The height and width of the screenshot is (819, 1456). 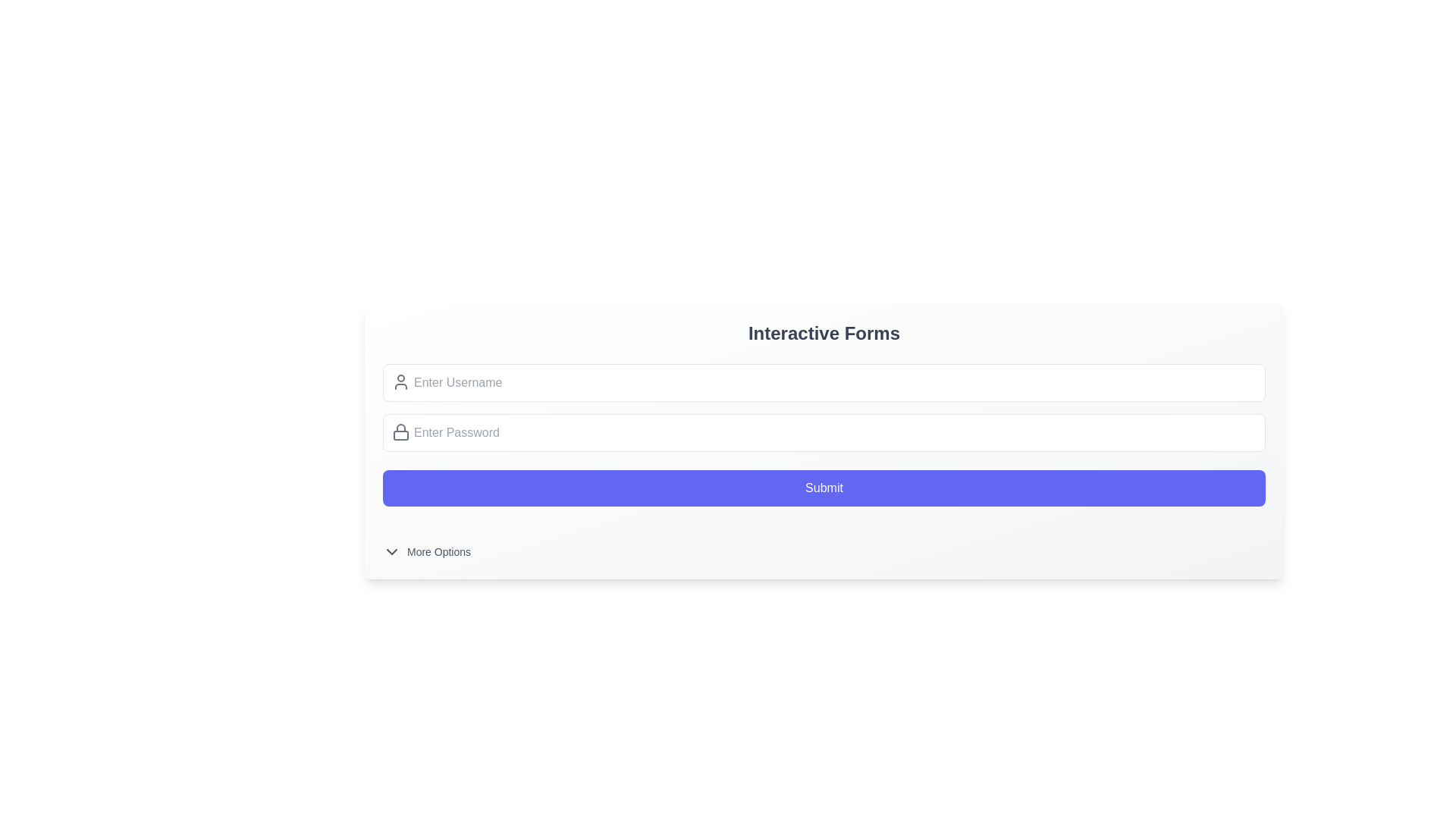 What do you see at coordinates (392, 552) in the screenshot?
I see `the downward-pointing caret icon located to the left of the text 'More Options'` at bounding box center [392, 552].